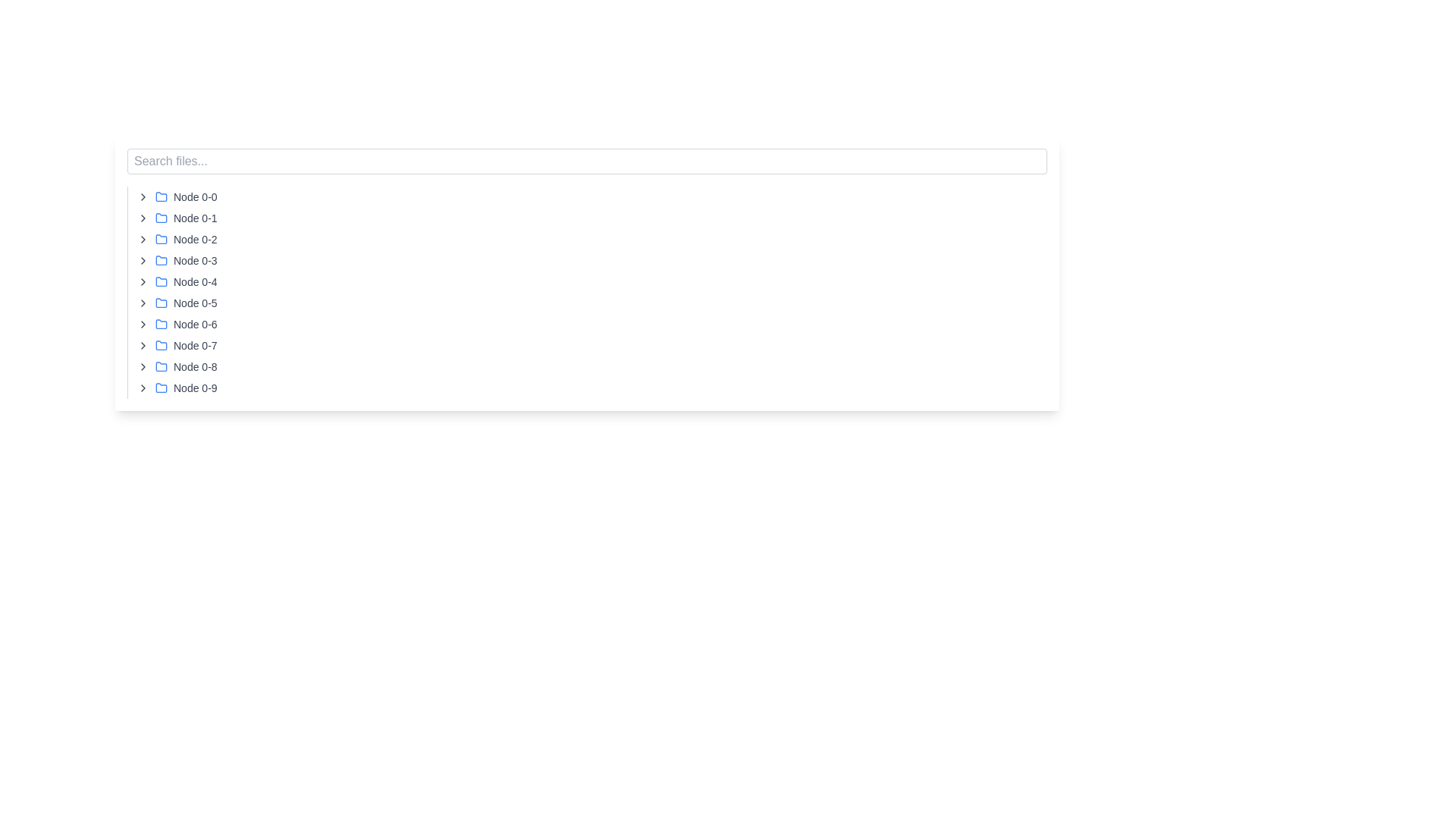 The image size is (1456, 819). Describe the element at coordinates (161, 324) in the screenshot. I see `the blue folder icon adjacent to the text 'Node 0-6'` at that location.